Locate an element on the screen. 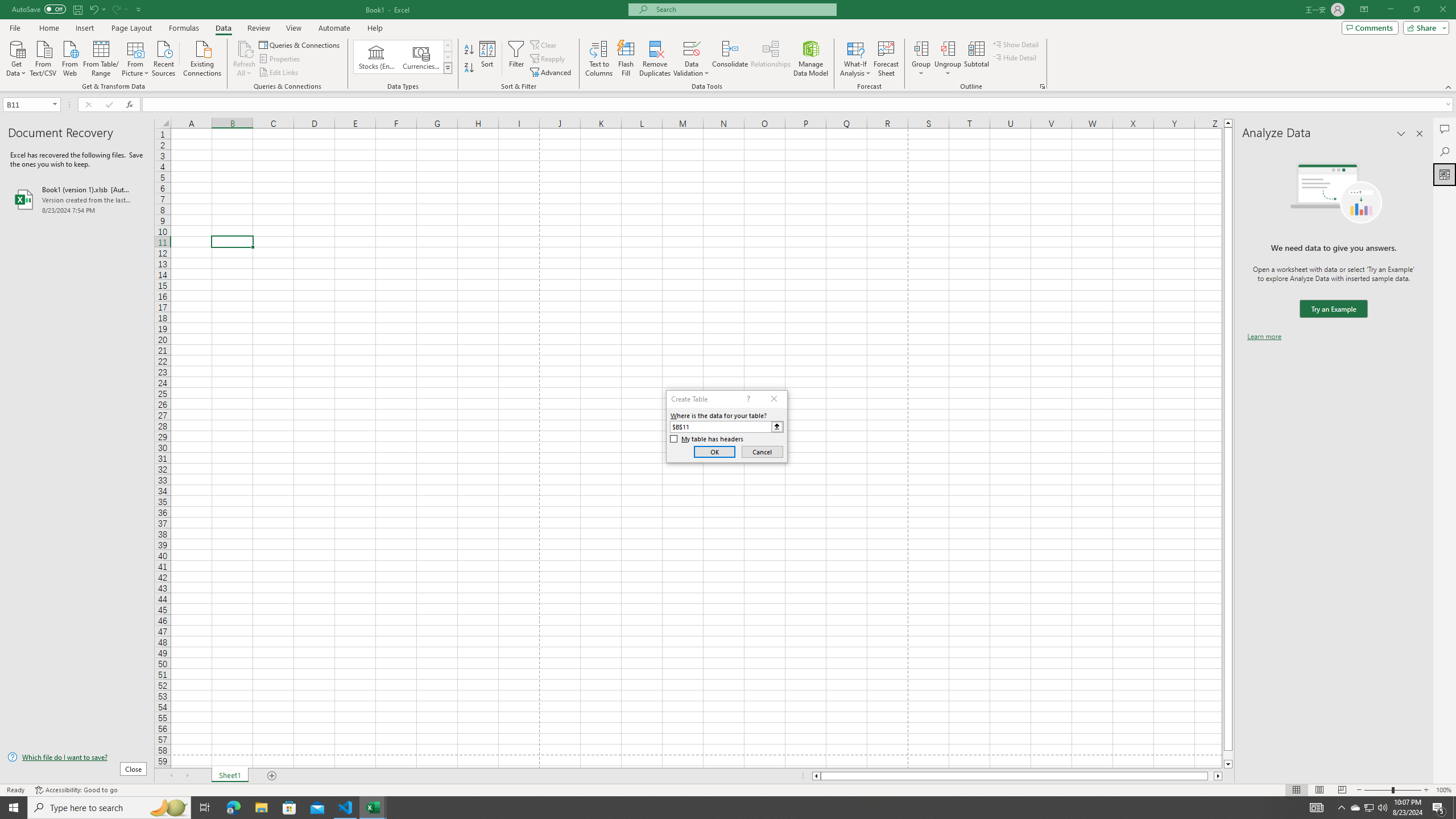  'Get Data' is located at coordinates (16, 57).